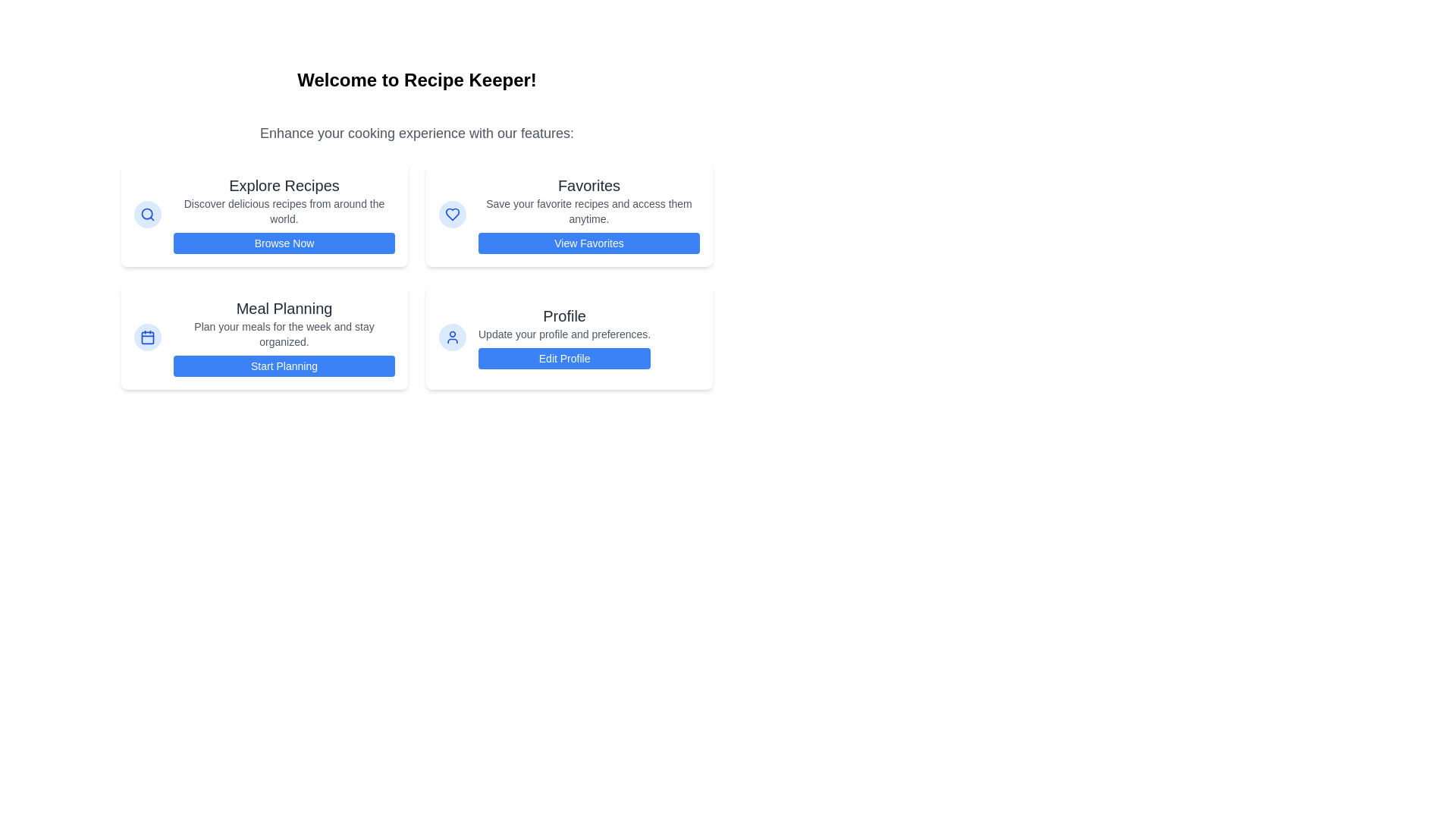 The height and width of the screenshot is (819, 1456). Describe the element at coordinates (568, 336) in the screenshot. I see `the fourth card in the grid layout, which contains the title 'Profile' and the button labeled 'Edit Profile'` at that location.